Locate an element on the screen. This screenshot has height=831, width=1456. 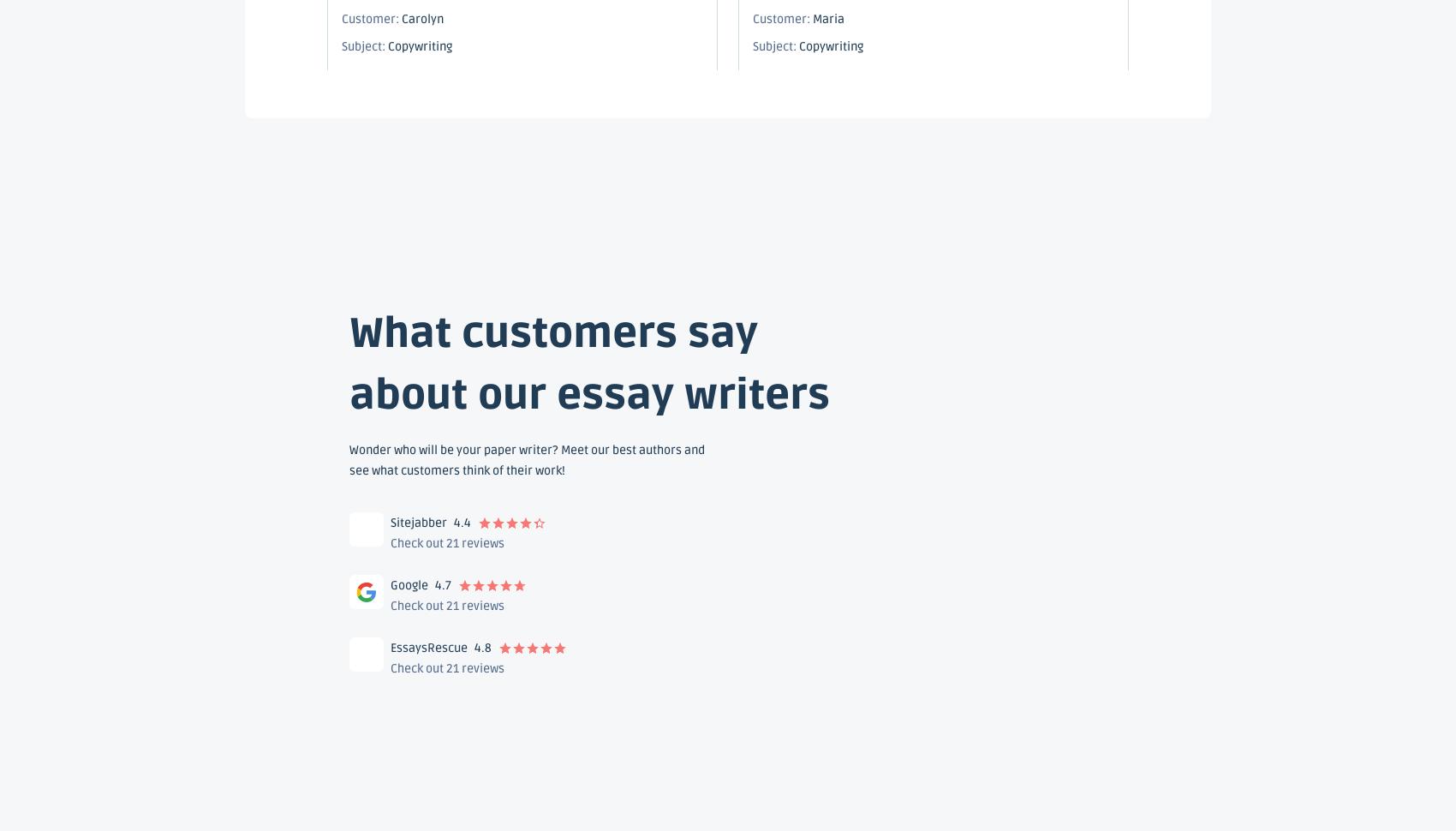
'Wonder who will be your paper writer? Meet our best authors and see what customers think of their work!' is located at coordinates (526, 459).